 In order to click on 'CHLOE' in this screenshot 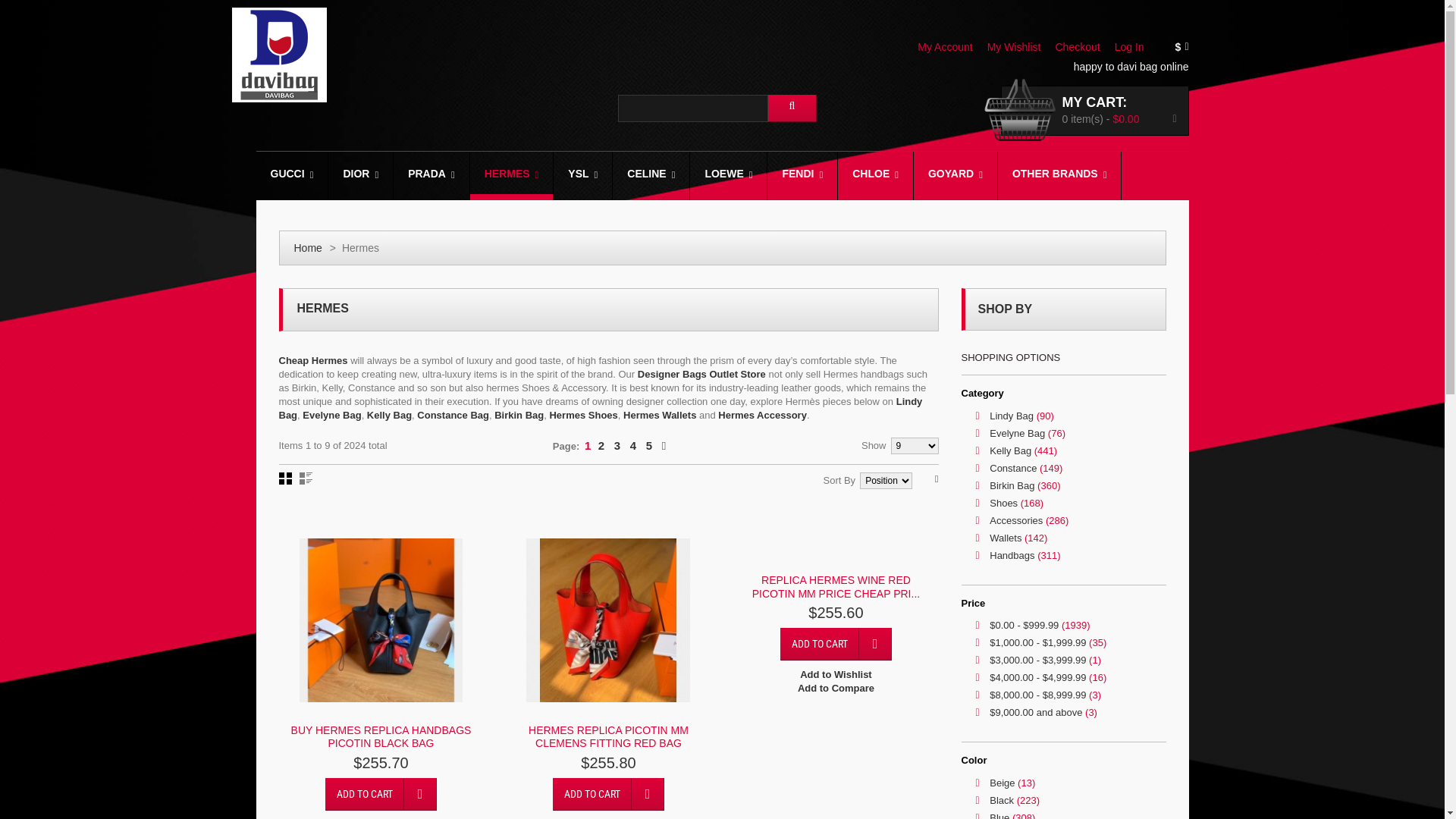, I will do `click(875, 174)`.